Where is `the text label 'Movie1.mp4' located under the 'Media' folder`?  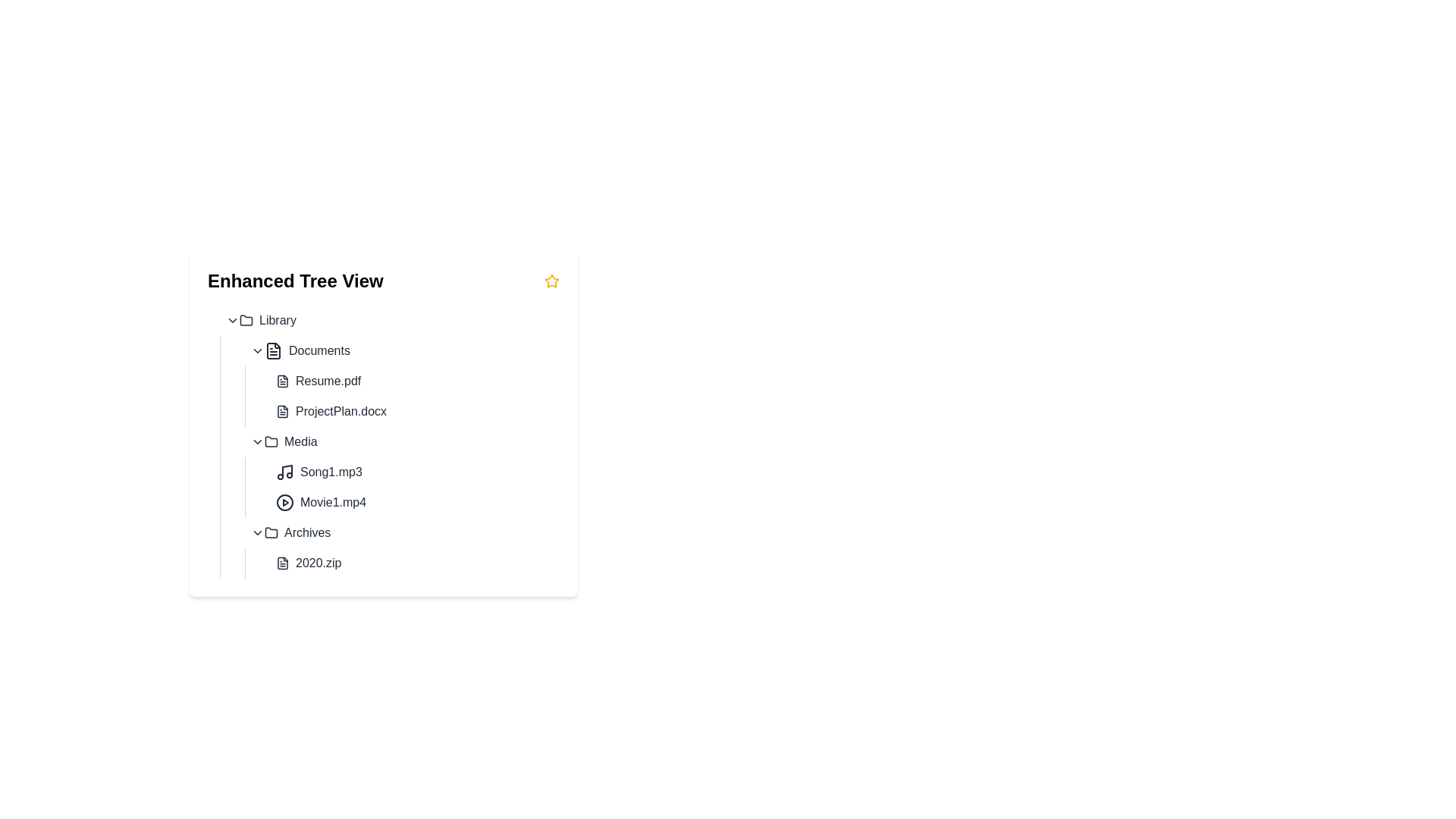 the text label 'Movie1.mp4' located under the 'Media' folder is located at coordinates (332, 503).